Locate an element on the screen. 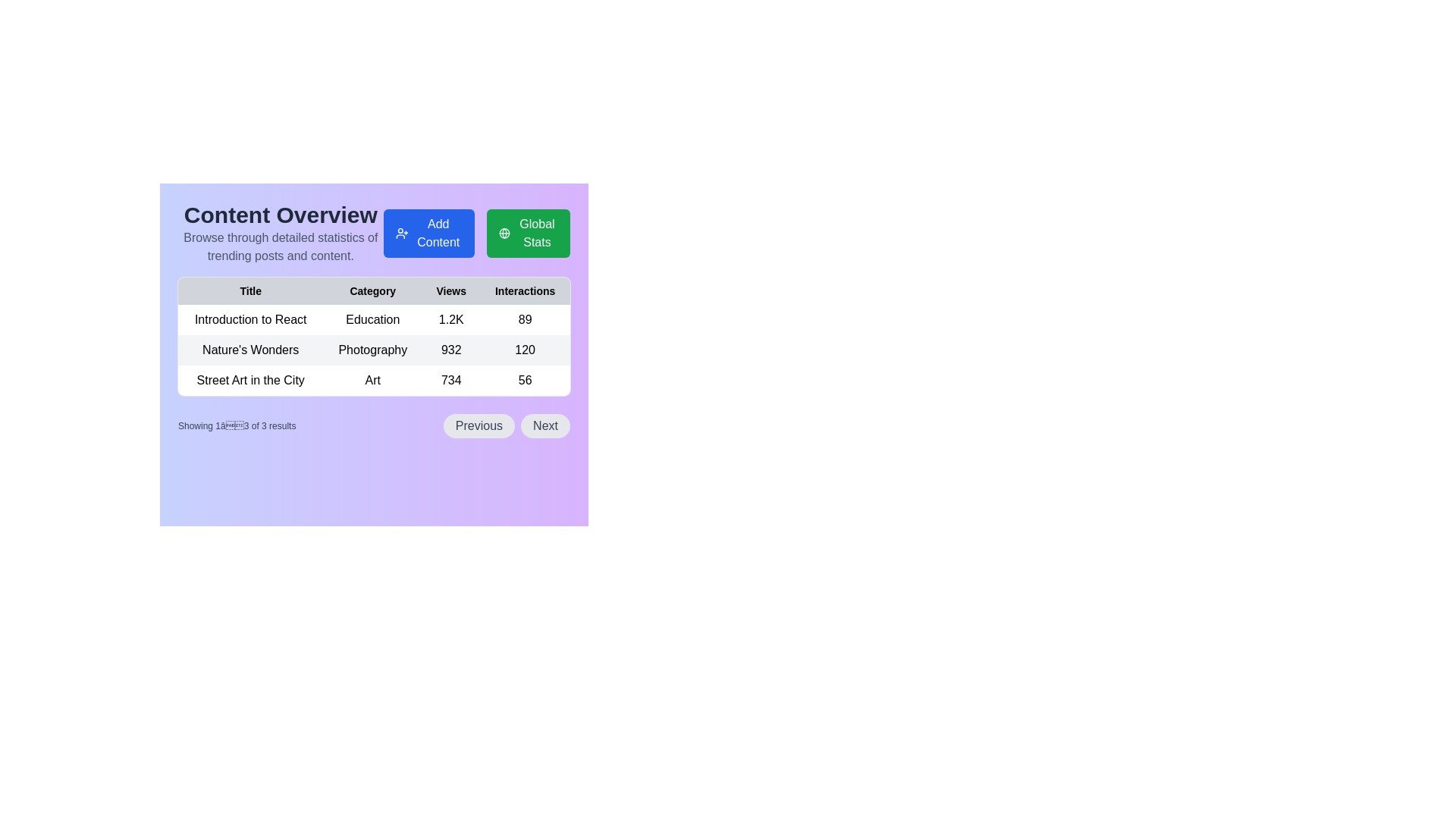  the second row is located at coordinates (374, 350).